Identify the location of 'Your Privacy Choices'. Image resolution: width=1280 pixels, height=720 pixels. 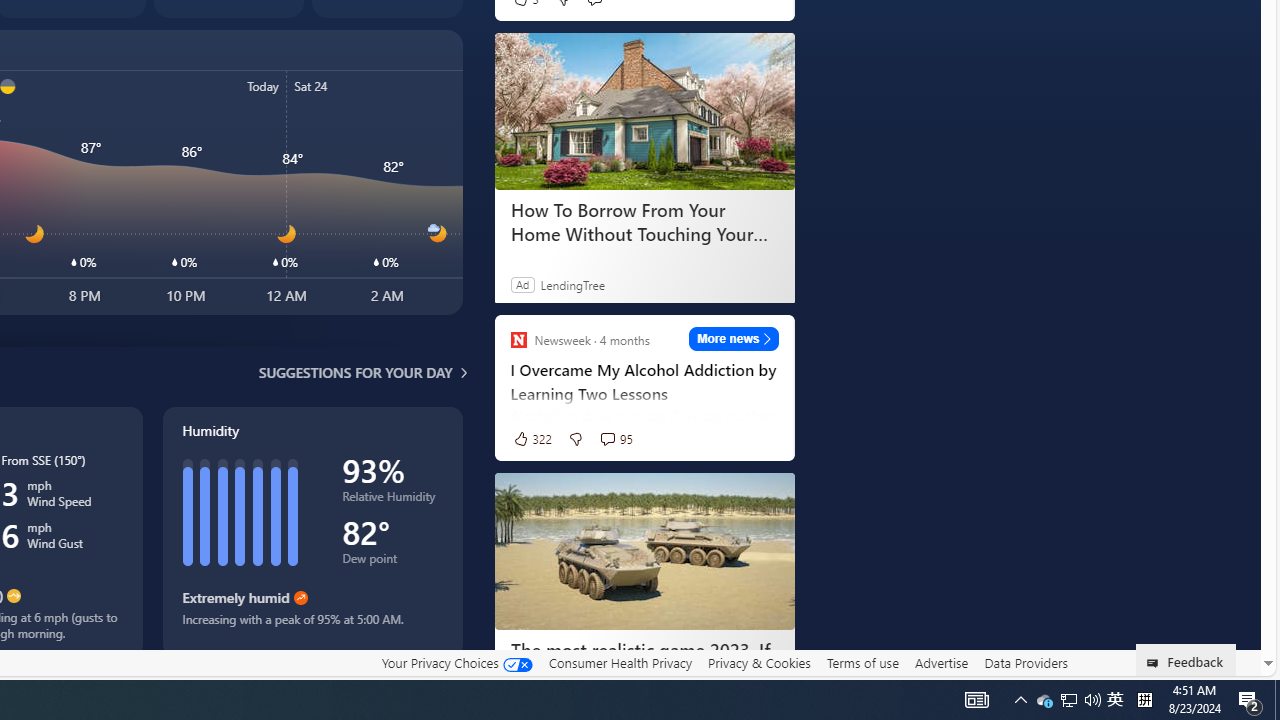
(455, 663).